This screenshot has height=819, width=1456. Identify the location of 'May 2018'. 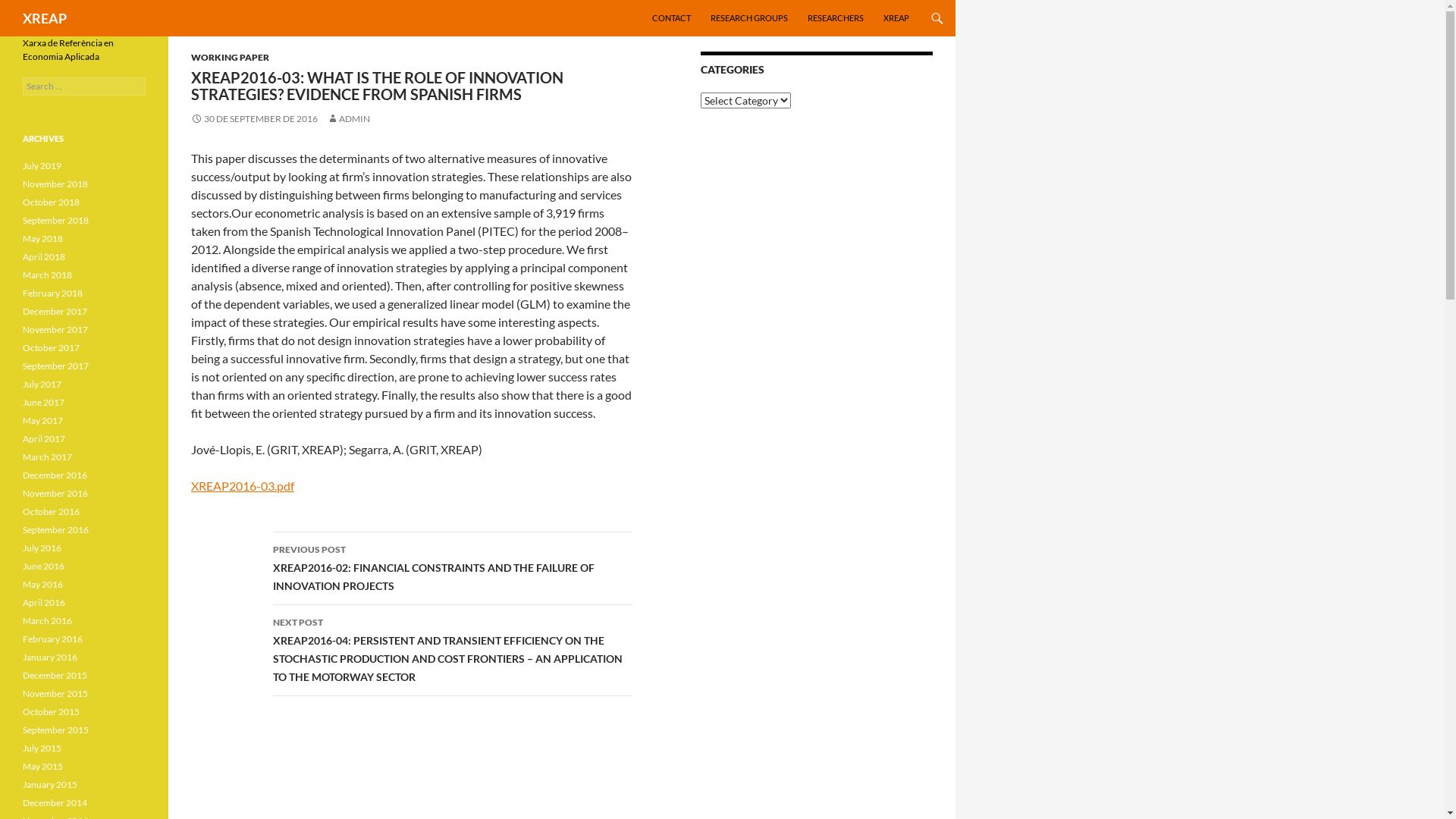
(42, 238).